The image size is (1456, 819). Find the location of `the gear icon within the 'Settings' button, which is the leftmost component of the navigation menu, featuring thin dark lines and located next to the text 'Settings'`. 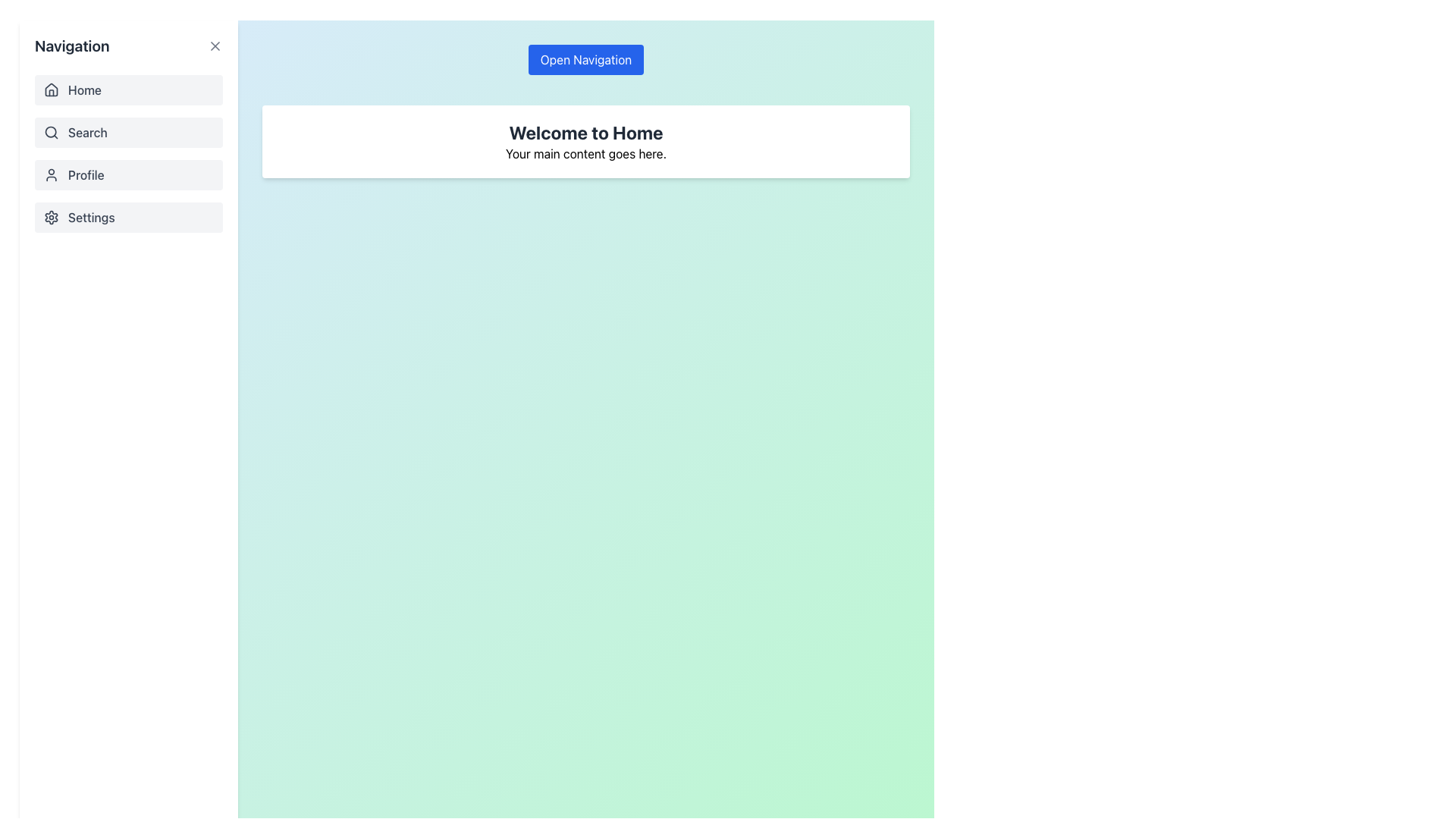

the gear icon within the 'Settings' button, which is the leftmost component of the navigation menu, featuring thin dark lines and located next to the text 'Settings' is located at coordinates (51, 217).